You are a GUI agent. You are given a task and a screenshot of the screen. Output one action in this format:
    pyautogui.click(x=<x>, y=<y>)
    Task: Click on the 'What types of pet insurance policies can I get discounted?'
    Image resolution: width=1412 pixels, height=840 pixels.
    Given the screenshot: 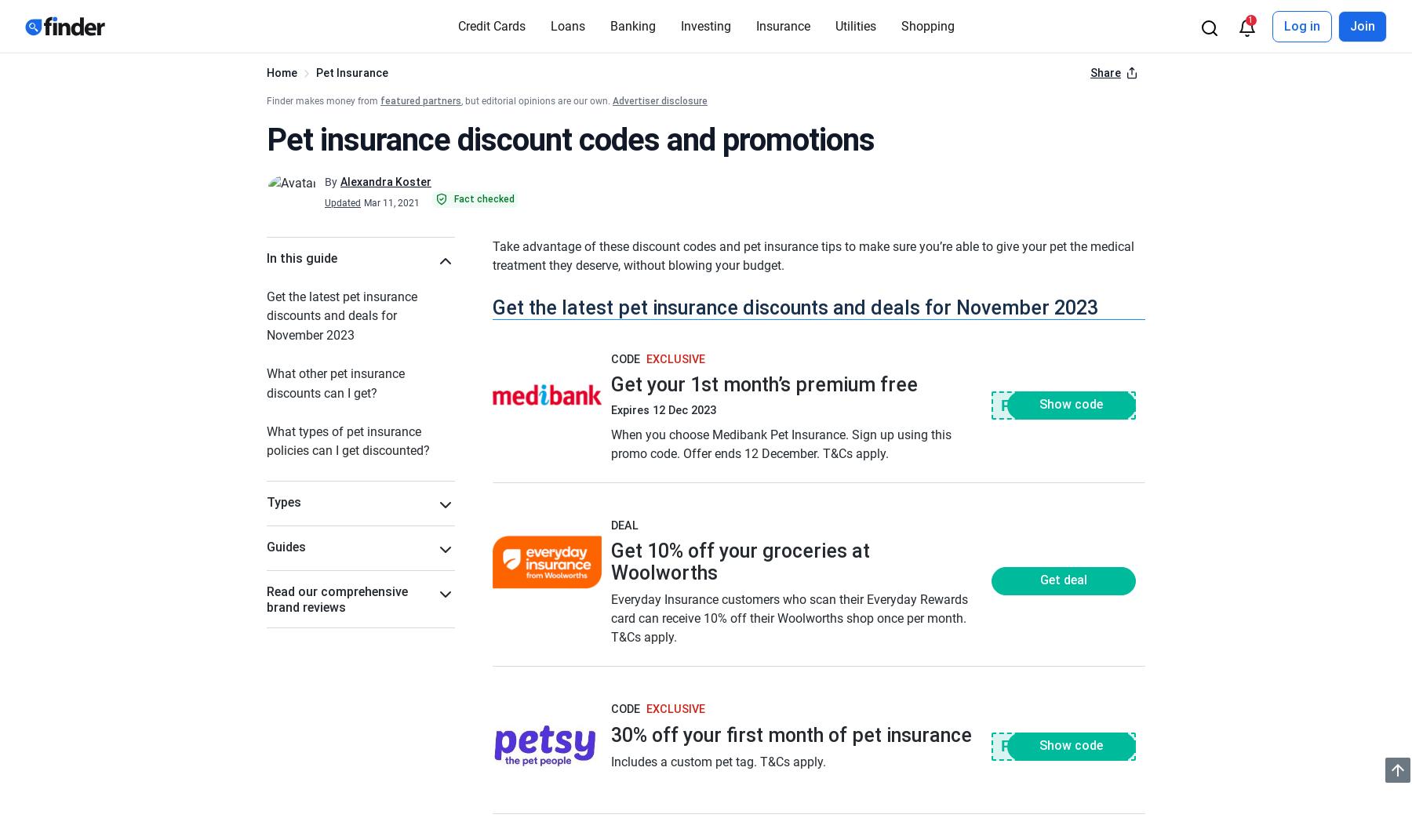 What is the action you would take?
    pyautogui.click(x=348, y=440)
    